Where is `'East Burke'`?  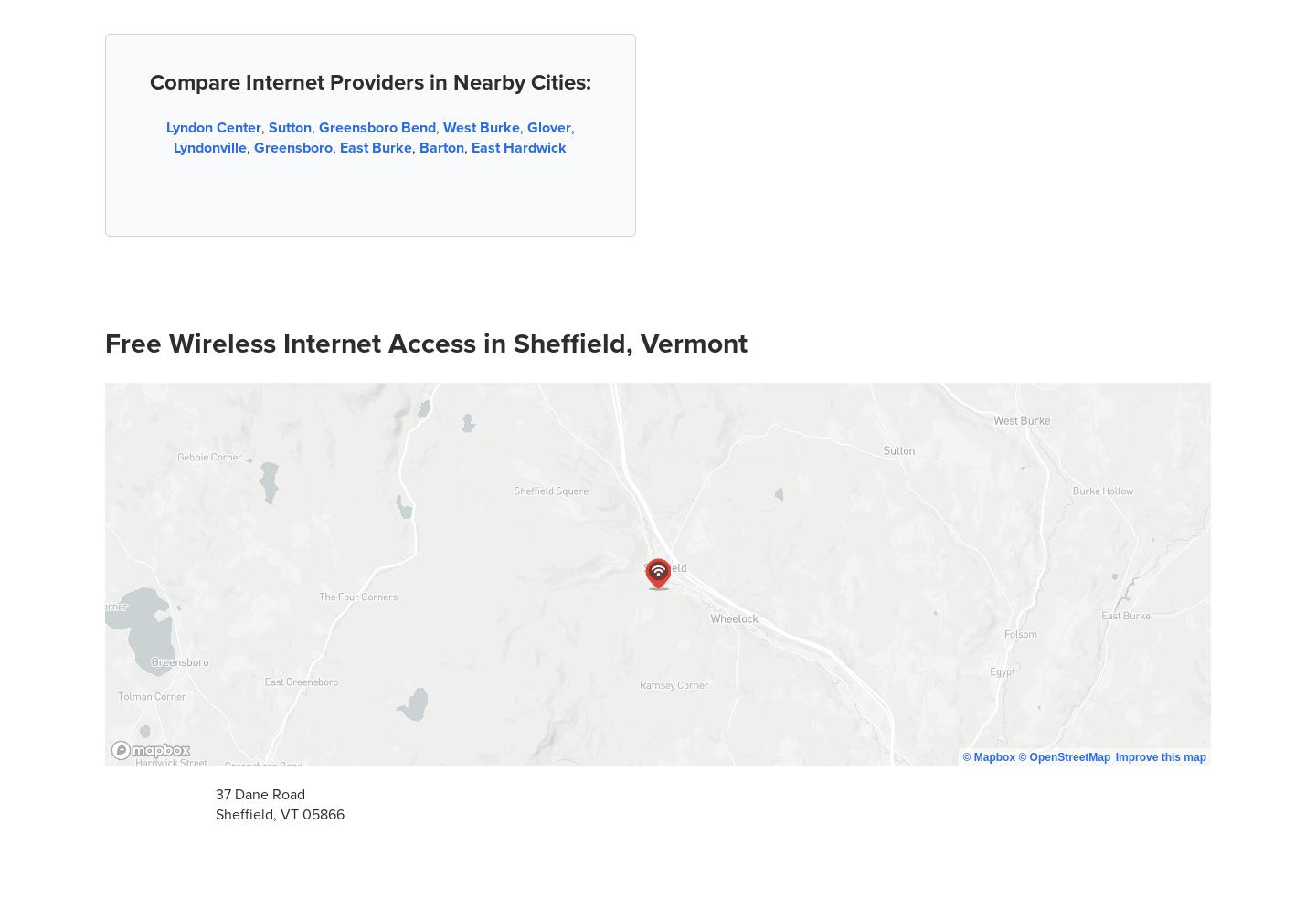
'East Burke' is located at coordinates (375, 147).